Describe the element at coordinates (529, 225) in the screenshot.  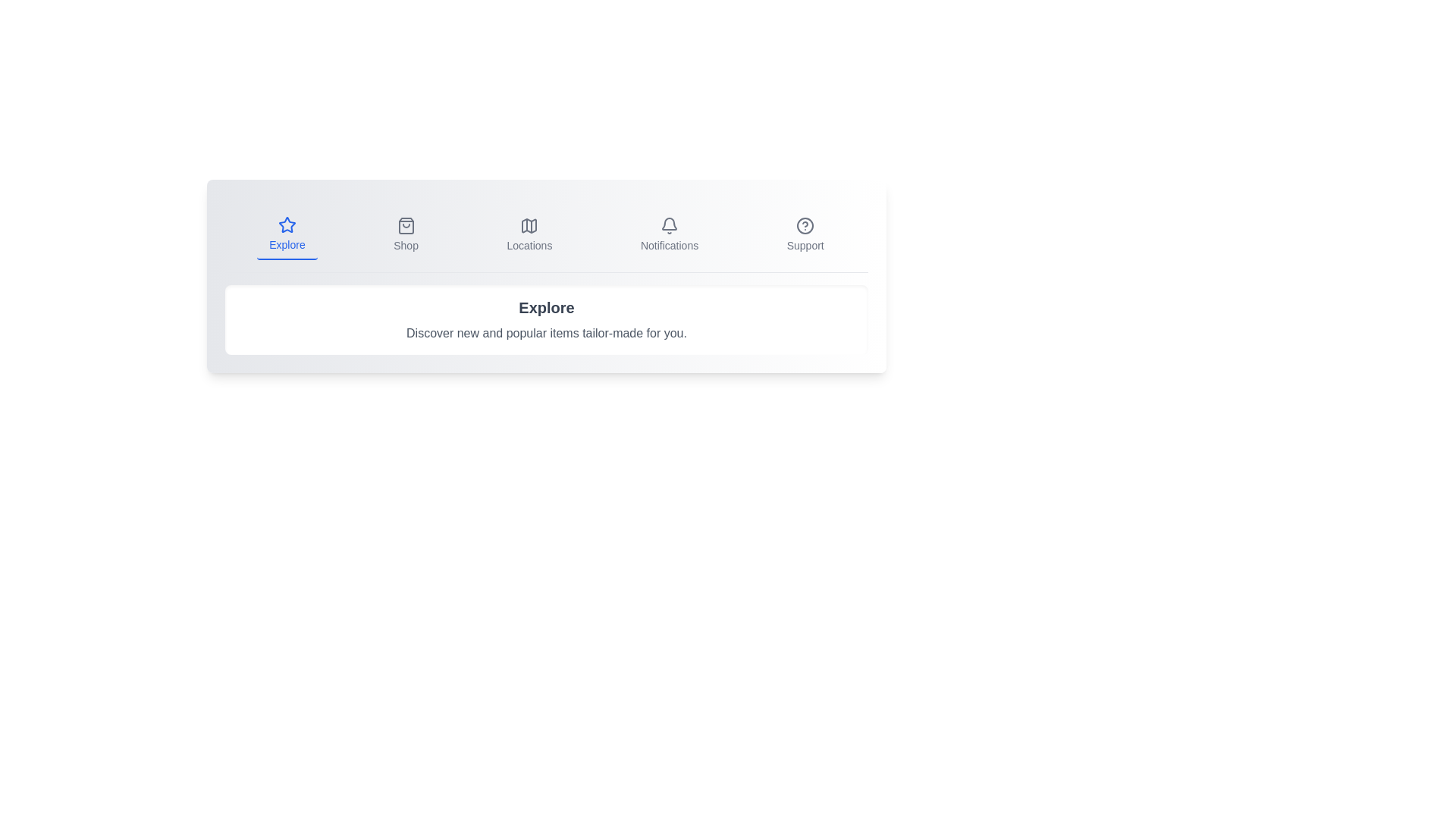
I see `the 'Locations' icon, which is centrally located in the navigation bar and serves as a visual cue for the 'Locations' section` at that location.